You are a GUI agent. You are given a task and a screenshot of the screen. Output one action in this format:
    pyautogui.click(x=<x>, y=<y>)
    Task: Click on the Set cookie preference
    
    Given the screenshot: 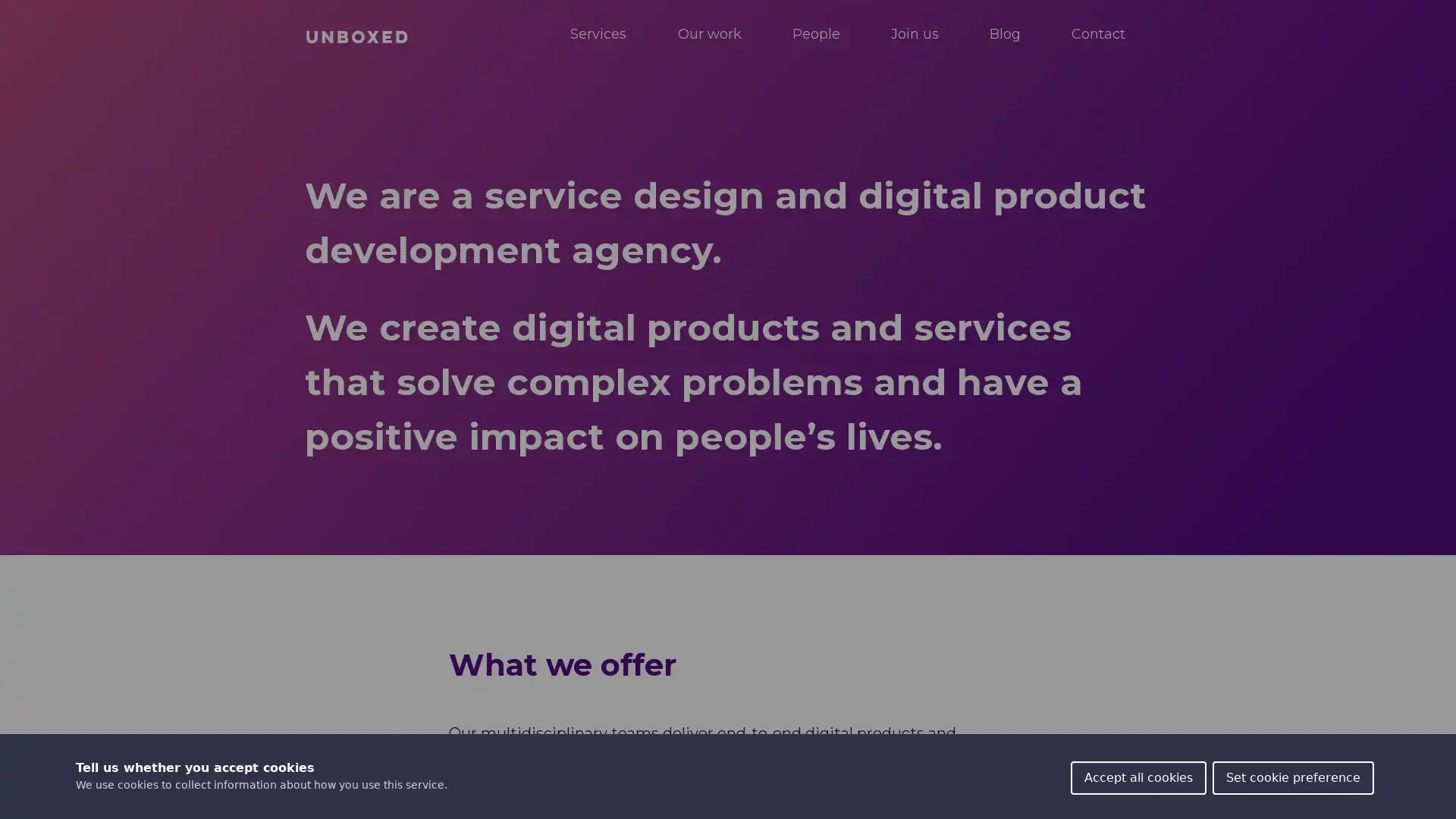 What is the action you would take?
    pyautogui.click(x=1292, y=778)
    